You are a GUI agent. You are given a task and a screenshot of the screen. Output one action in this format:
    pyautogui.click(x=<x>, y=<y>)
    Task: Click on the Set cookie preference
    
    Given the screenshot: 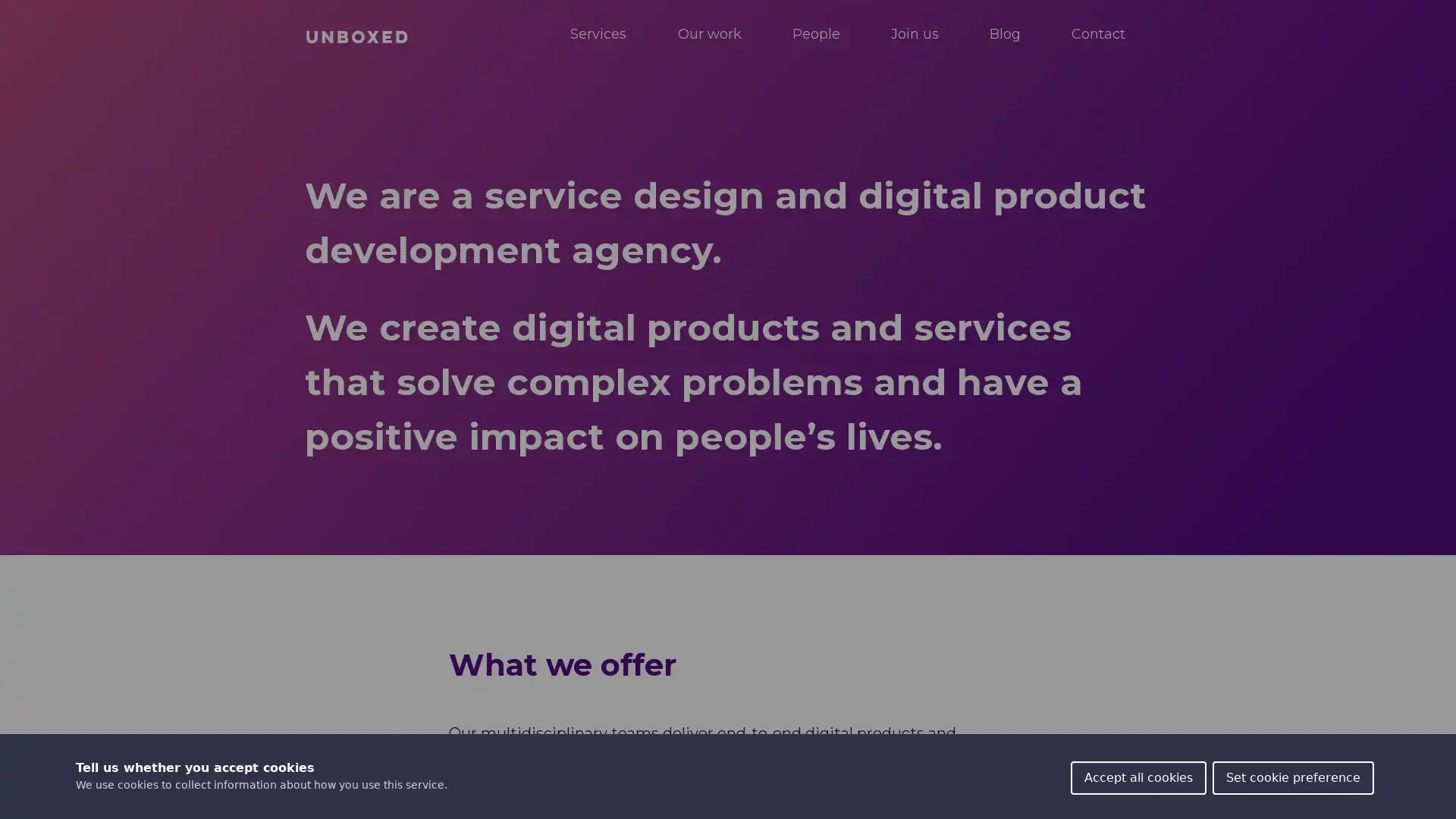 What is the action you would take?
    pyautogui.click(x=1292, y=778)
    